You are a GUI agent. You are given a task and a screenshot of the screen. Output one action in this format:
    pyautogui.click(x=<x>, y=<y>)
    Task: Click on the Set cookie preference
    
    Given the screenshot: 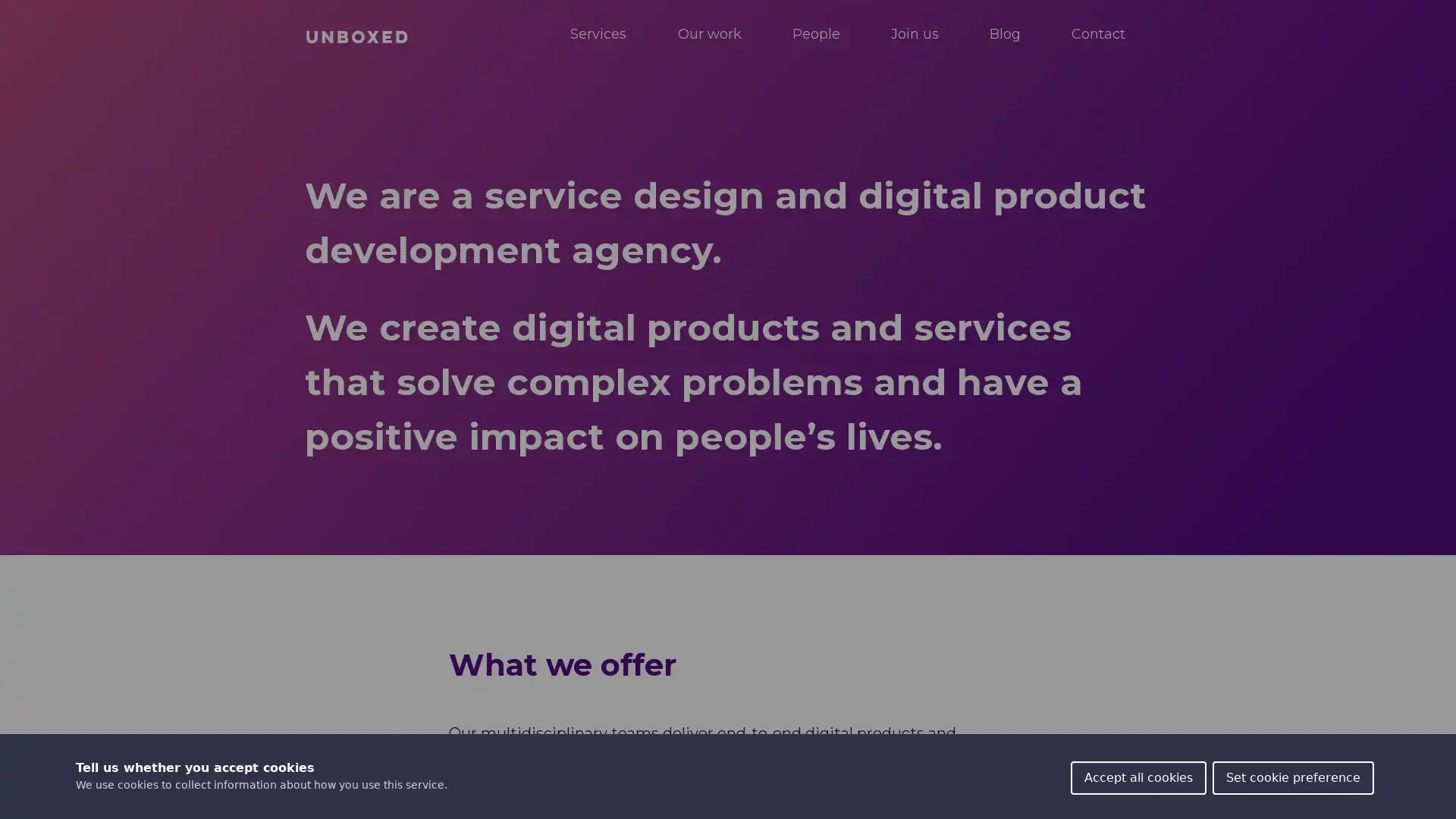 What is the action you would take?
    pyautogui.click(x=1292, y=778)
    